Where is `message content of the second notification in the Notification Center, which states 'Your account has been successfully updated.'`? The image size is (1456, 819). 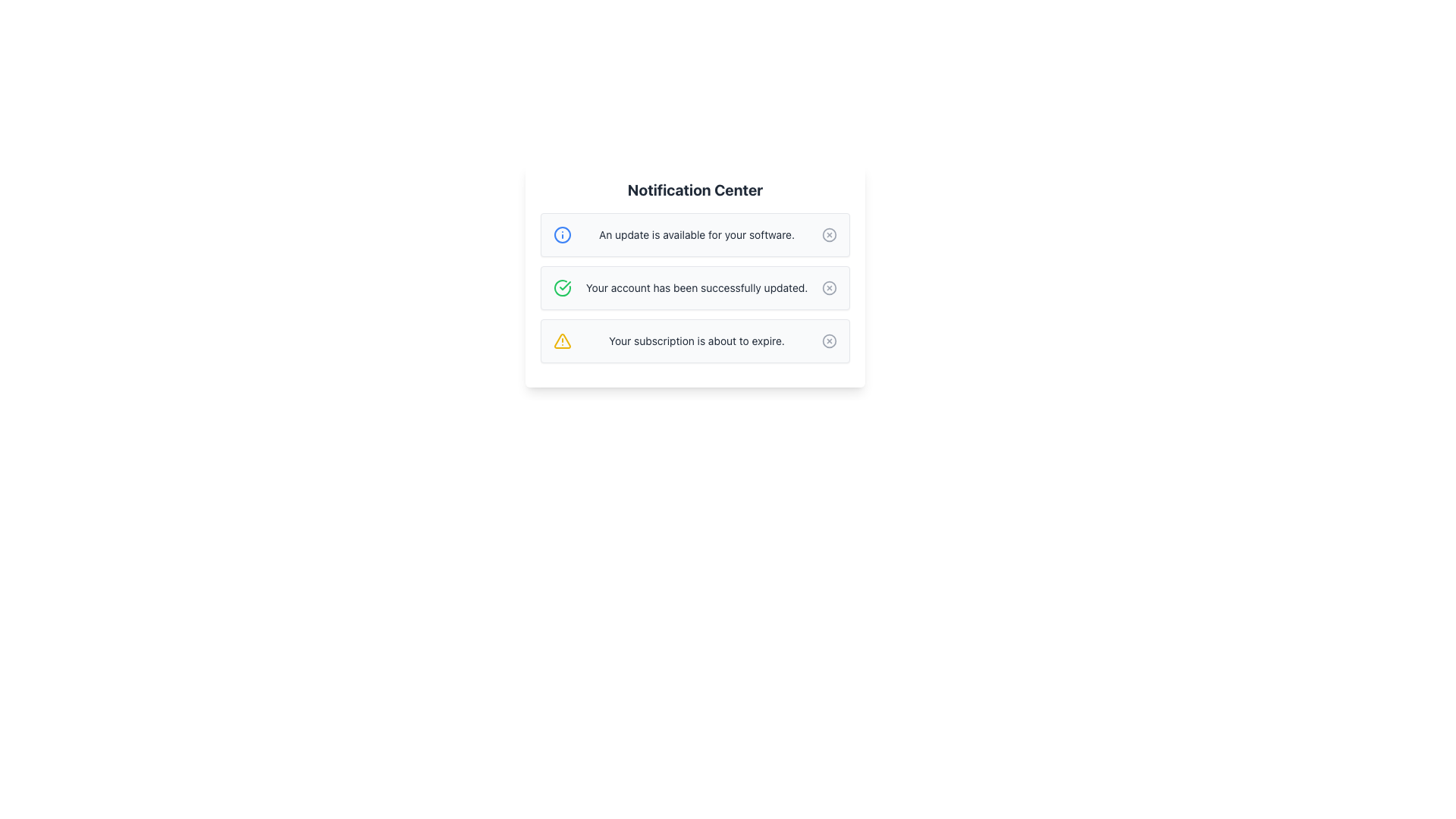 message content of the second notification in the Notification Center, which states 'Your account has been successfully updated.' is located at coordinates (694, 288).